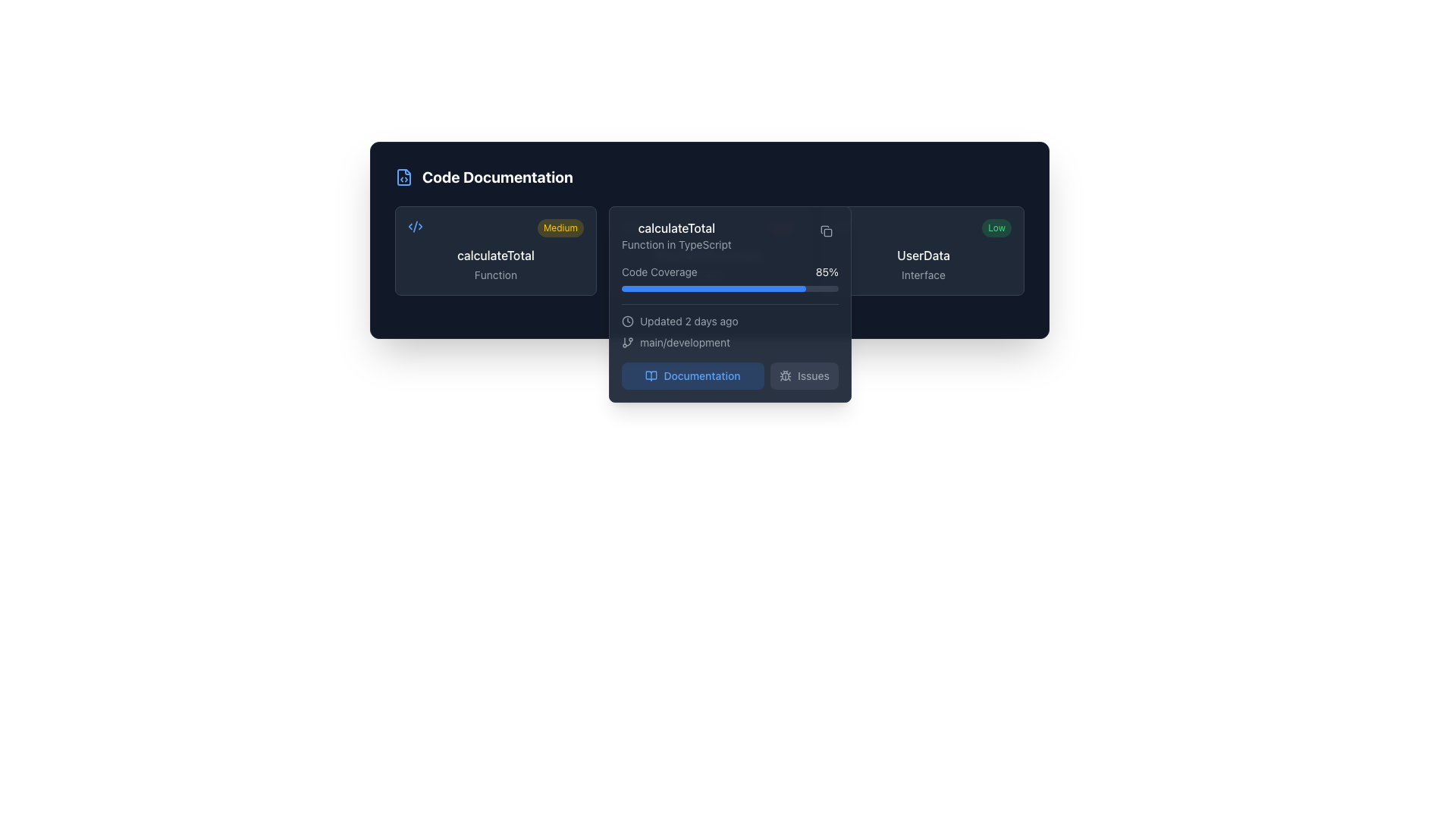  Describe the element at coordinates (415, 227) in the screenshot. I see `the blue SVG graphic icon representing XML code located within the 'Medium' section, positioned above the text 'calculateTotal'` at that location.